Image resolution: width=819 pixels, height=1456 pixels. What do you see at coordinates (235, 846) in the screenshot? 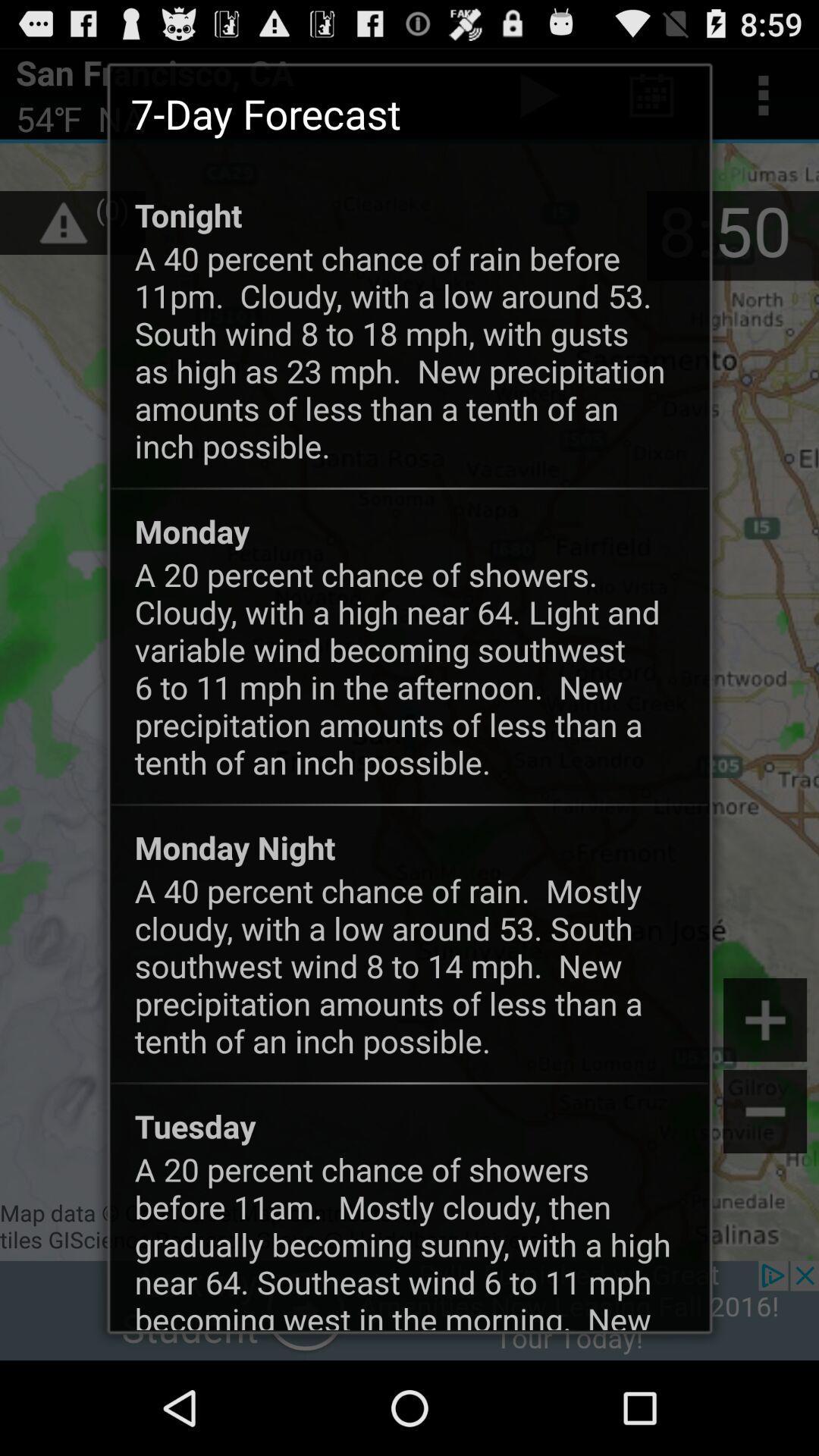
I see `app below the a 20 percent` at bounding box center [235, 846].